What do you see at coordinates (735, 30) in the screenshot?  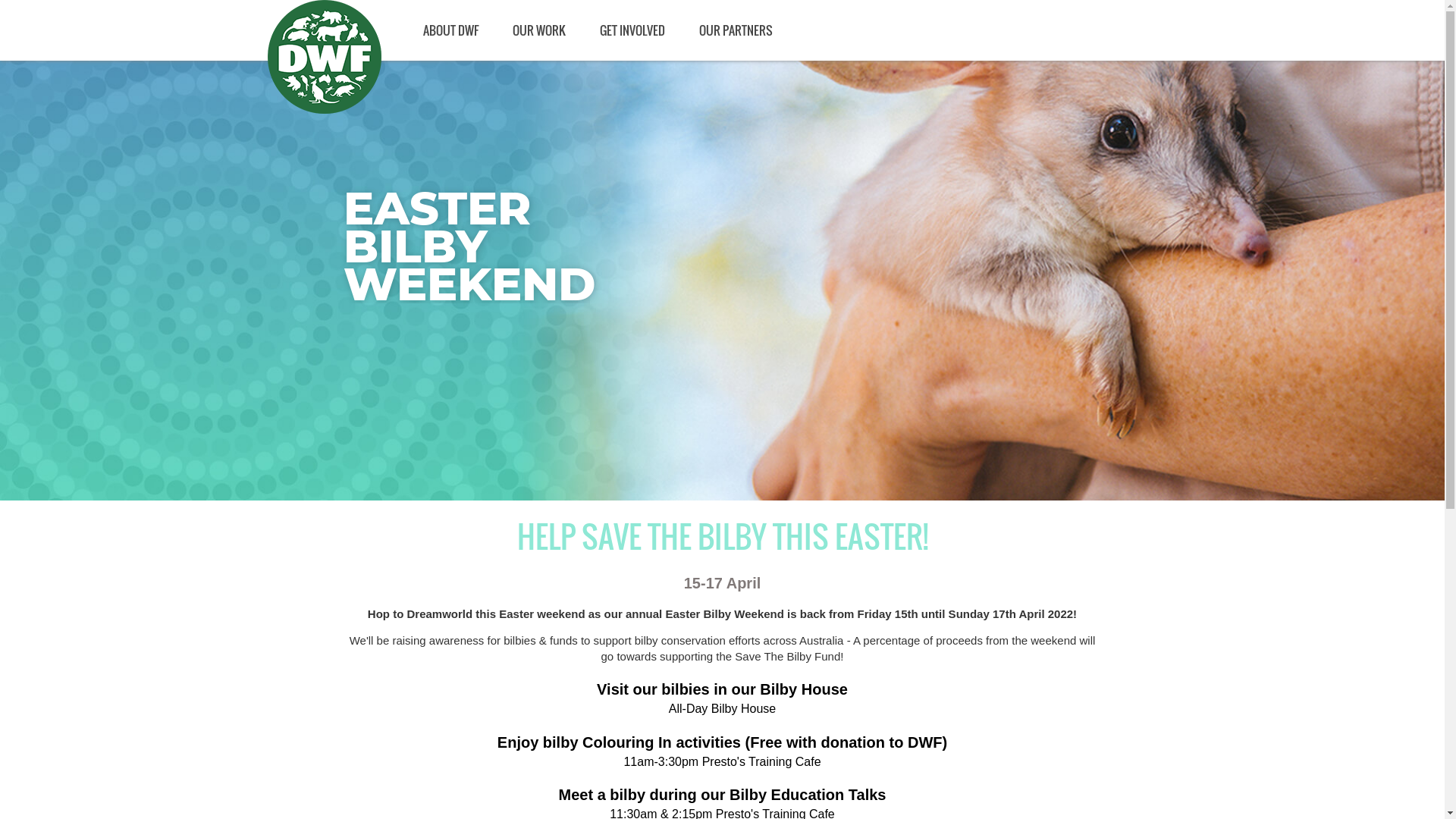 I see `'OUR PARTNERS'` at bounding box center [735, 30].